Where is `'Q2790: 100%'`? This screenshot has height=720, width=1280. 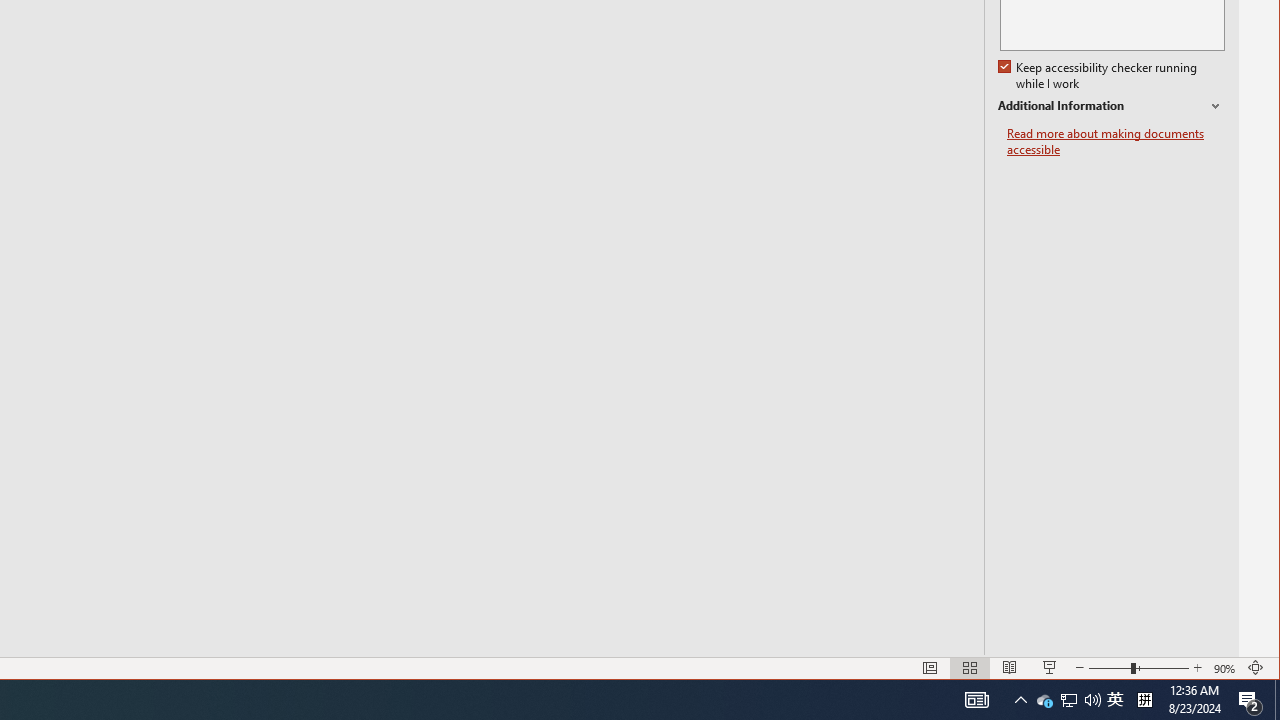
'Q2790: 100%' is located at coordinates (977, 698).